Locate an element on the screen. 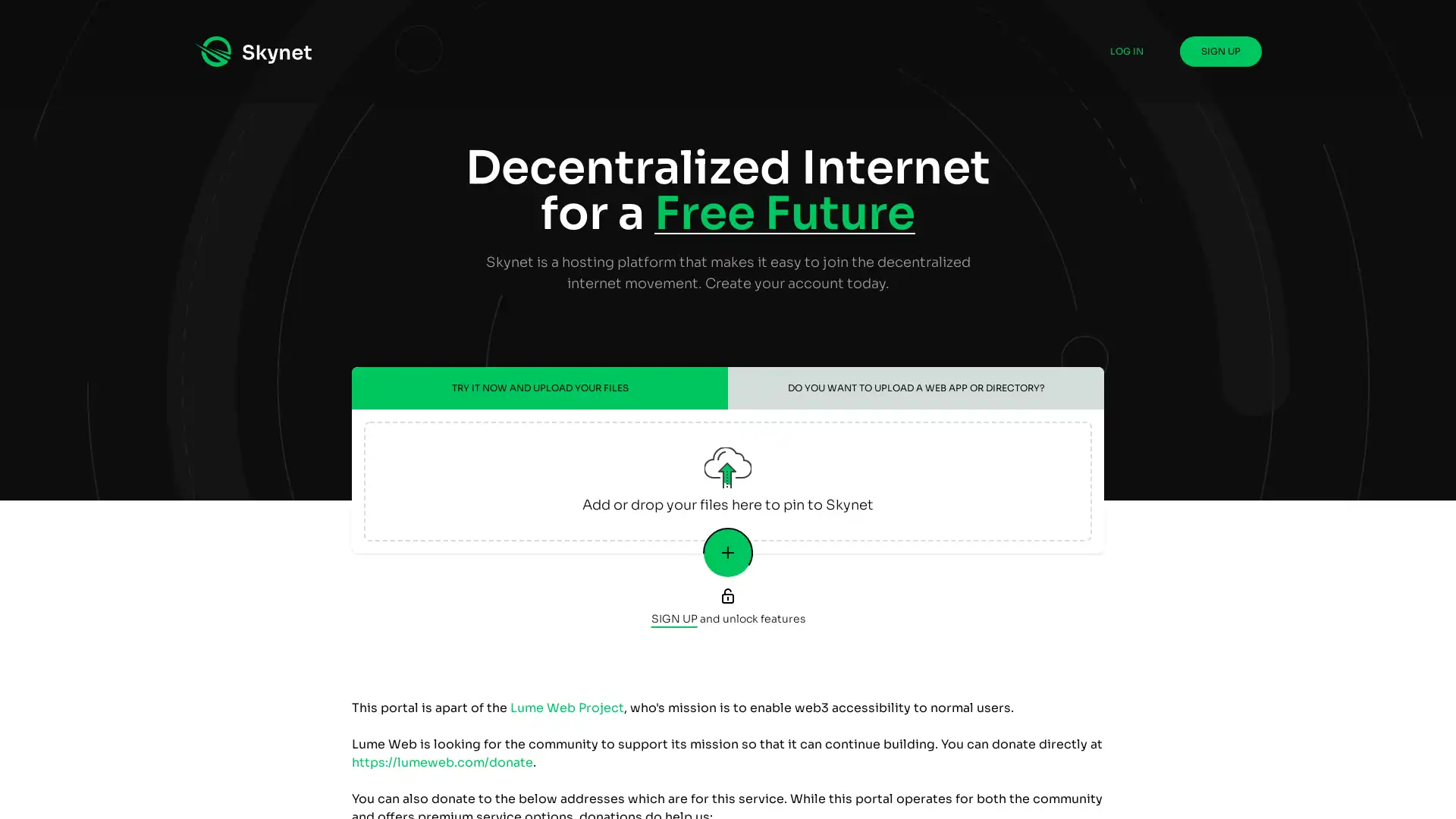 The width and height of the screenshot is (1456, 819). DO YOU WANT TO UPLOAD A WEB APP OR DIRECTORY? is located at coordinates (915, 388).